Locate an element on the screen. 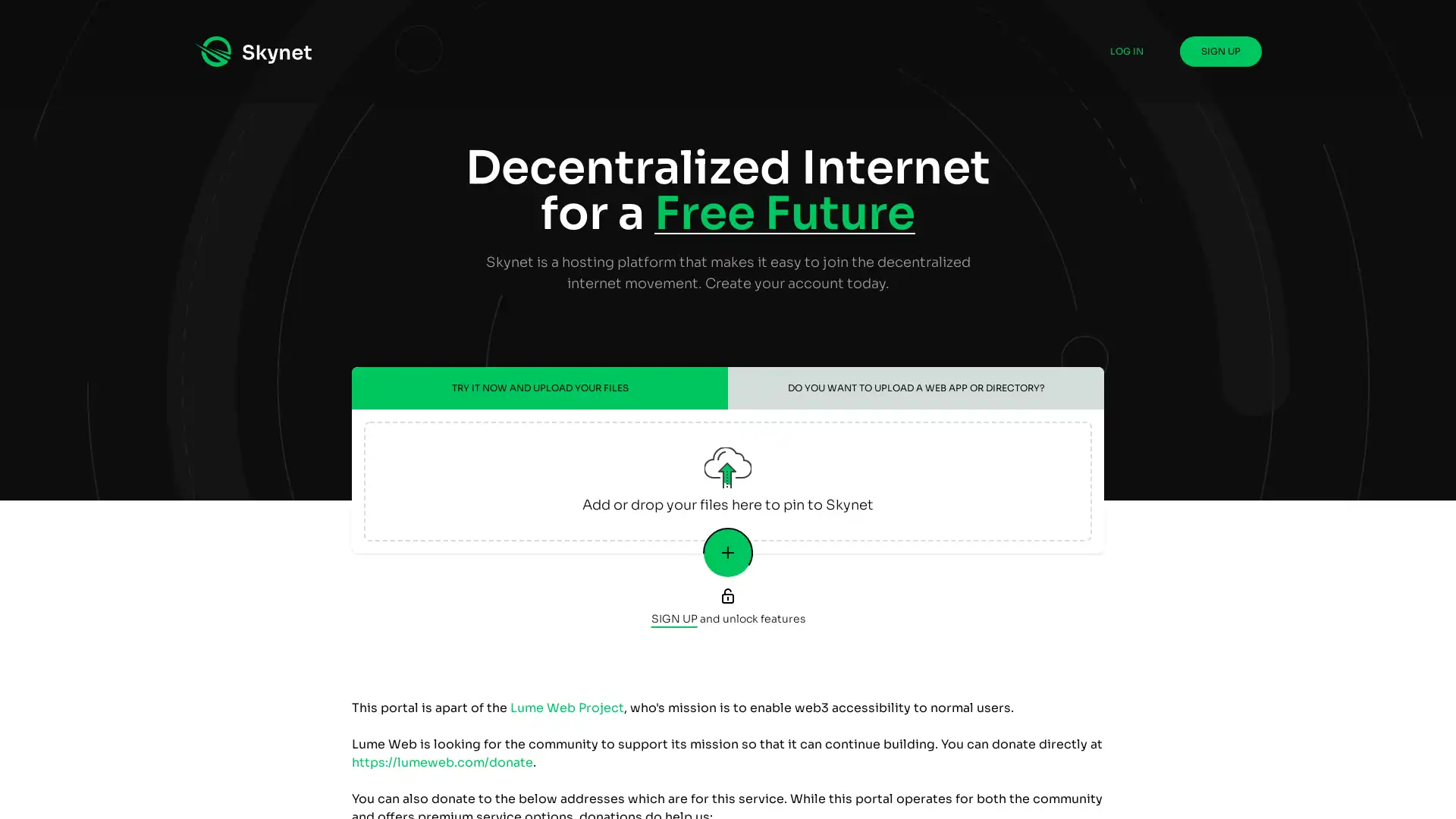 The width and height of the screenshot is (1456, 819). DO YOU WANT TO UPLOAD A WEB APP OR DIRECTORY? is located at coordinates (915, 388).